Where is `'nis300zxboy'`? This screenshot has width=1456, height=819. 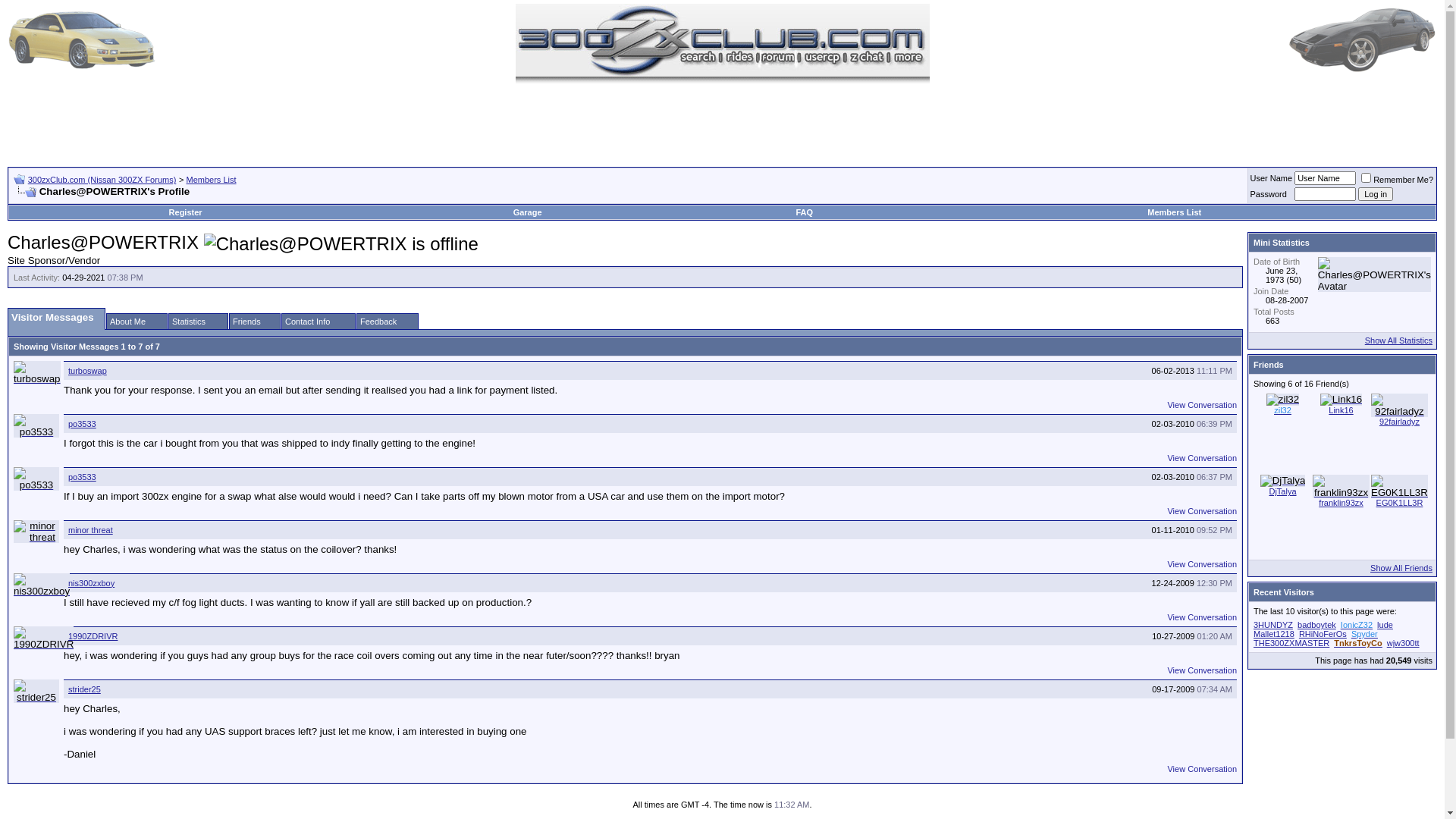
'nis300zxboy' is located at coordinates (90, 582).